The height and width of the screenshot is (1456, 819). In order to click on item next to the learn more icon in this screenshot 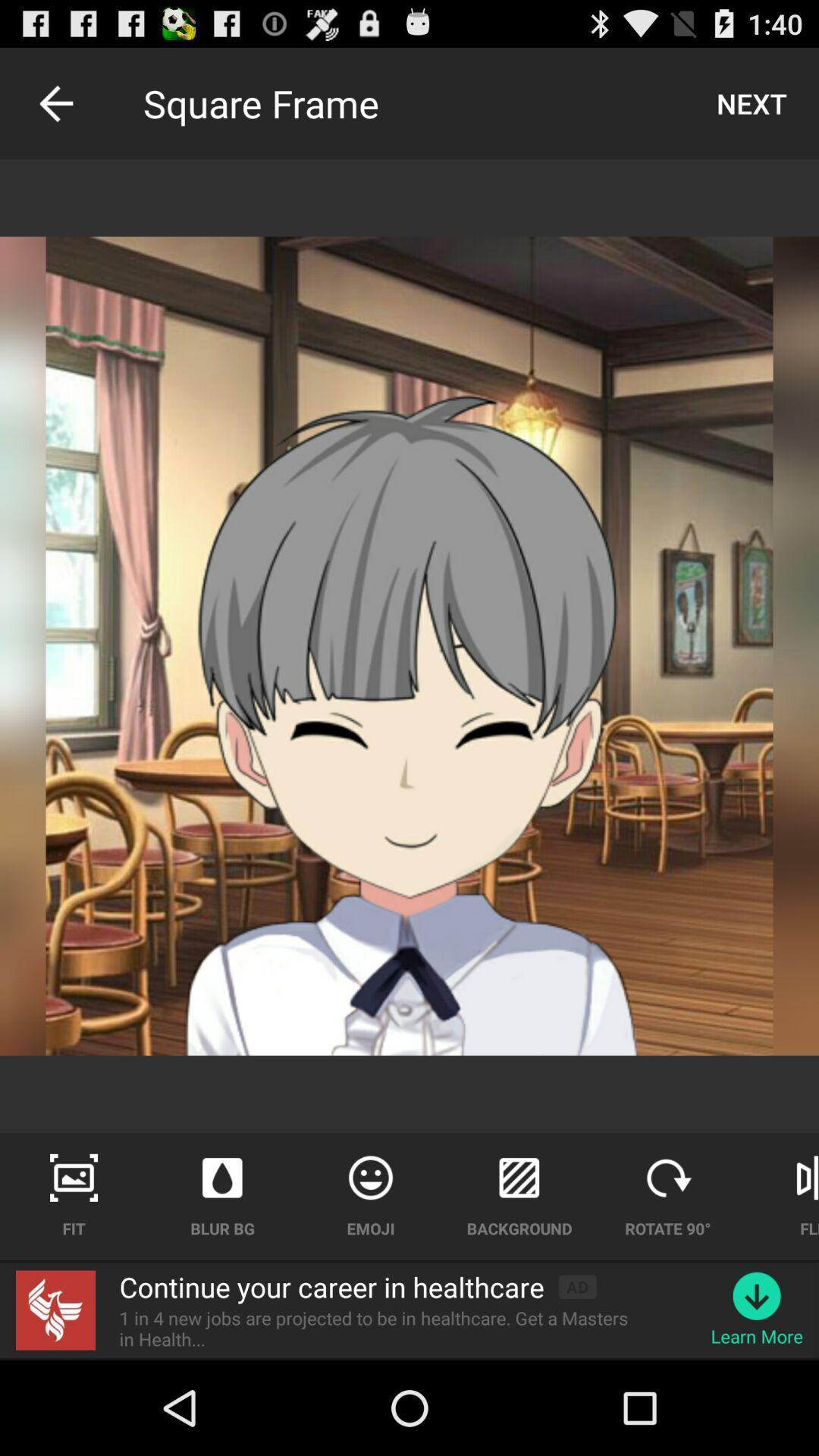, I will do `click(382, 1328)`.